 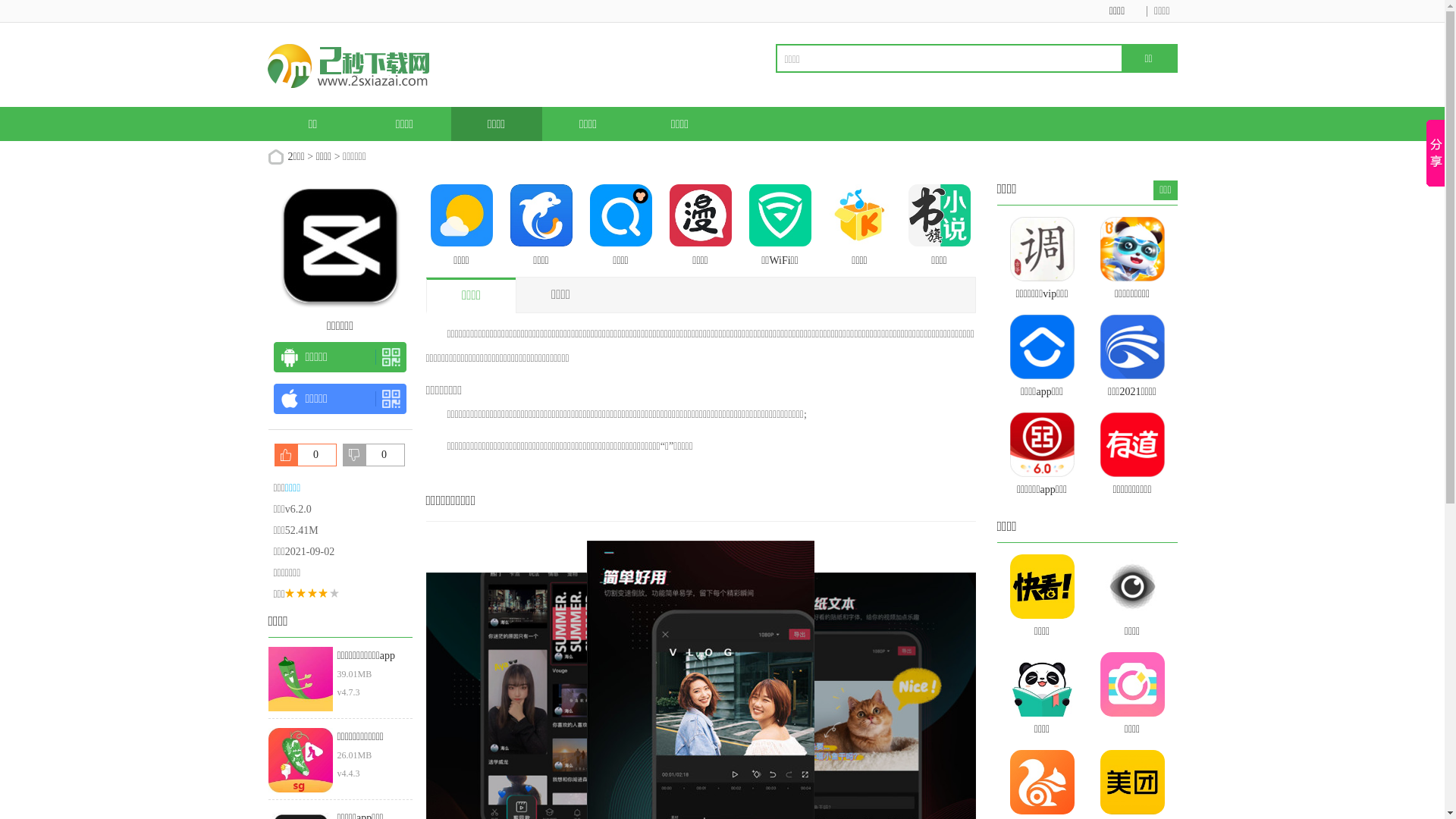 What do you see at coordinates (305, 454) in the screenshot?
I see `'0'` at bounding box center [305, 454].